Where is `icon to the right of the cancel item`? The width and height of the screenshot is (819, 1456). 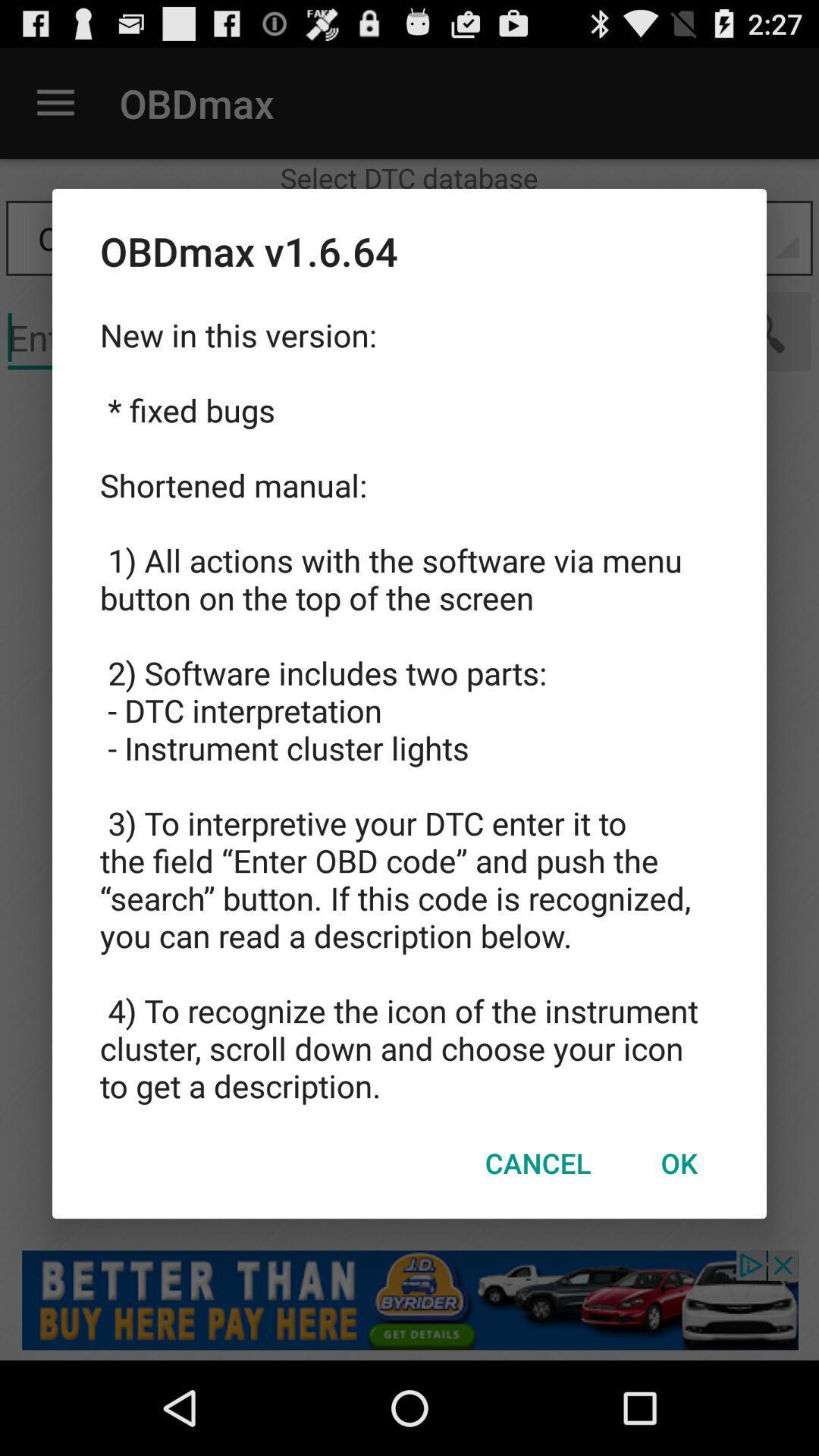
icon to the right of the cancel item is located at coordinates (678, 1162).